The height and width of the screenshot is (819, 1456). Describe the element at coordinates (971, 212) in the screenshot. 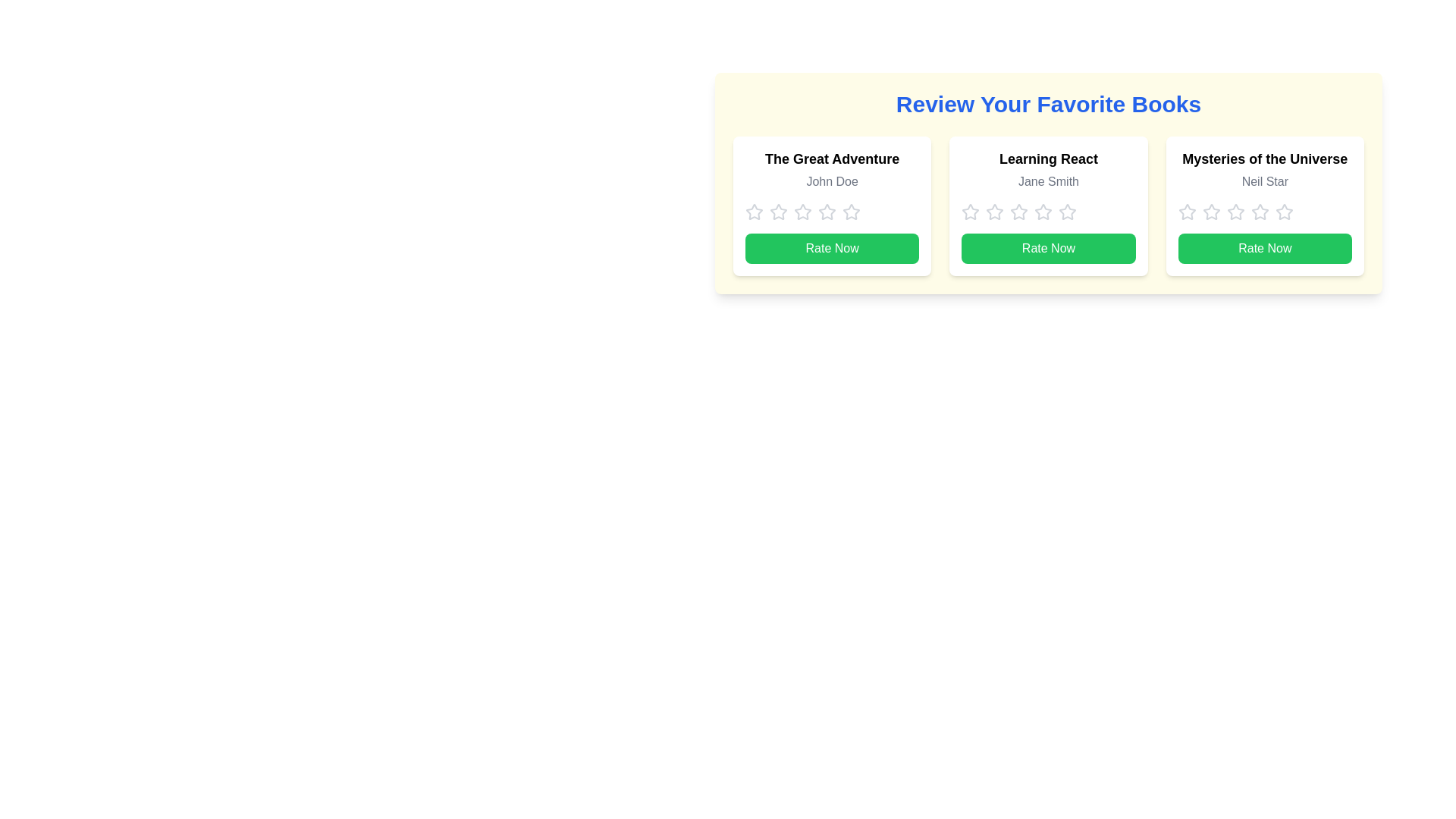

I see `the star-shaped rating icon button, which is the second icon from the left under the 'Learning React' section of the interface` at that location.